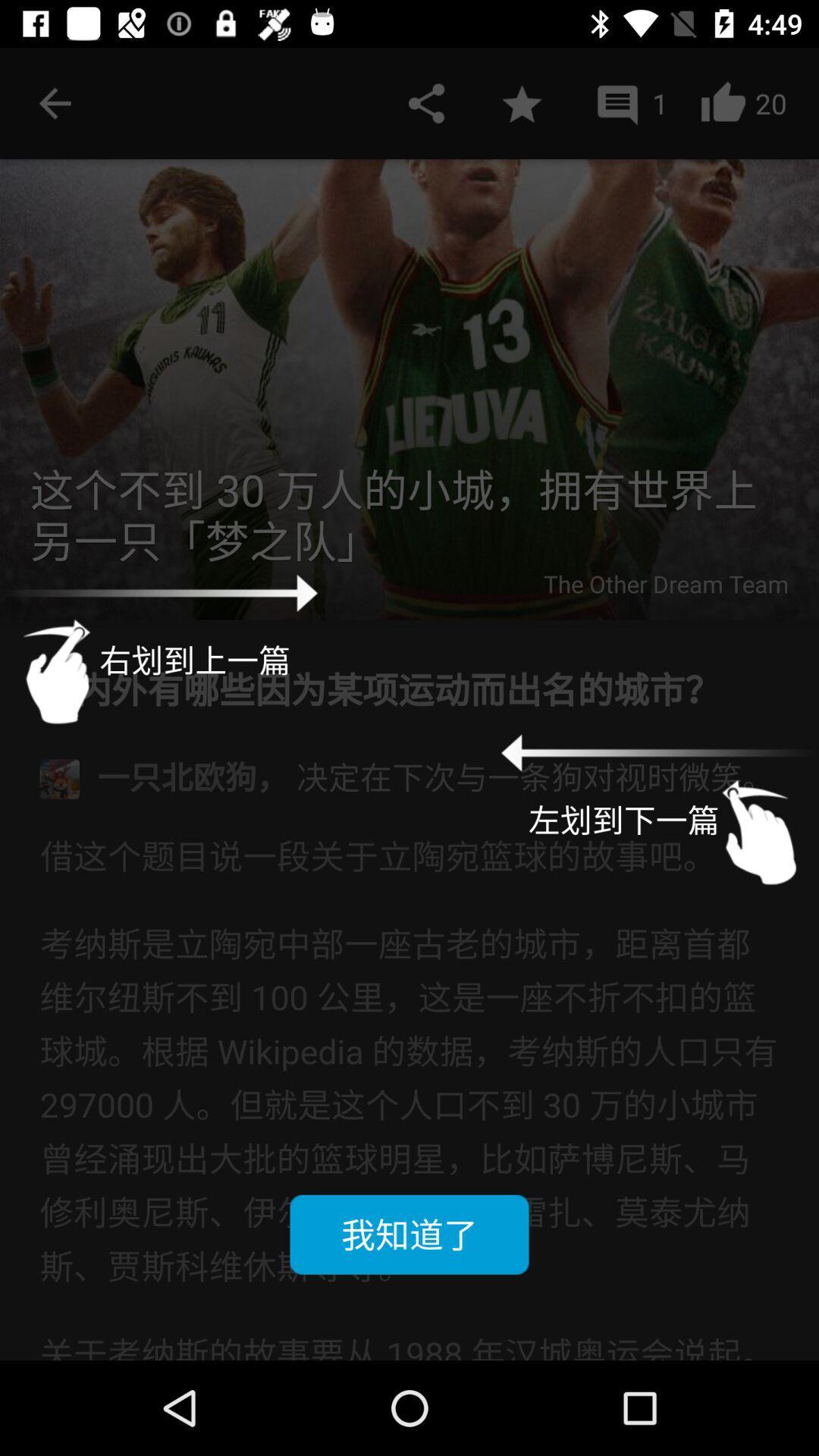  I want to click on share the article, so click(426, 102).